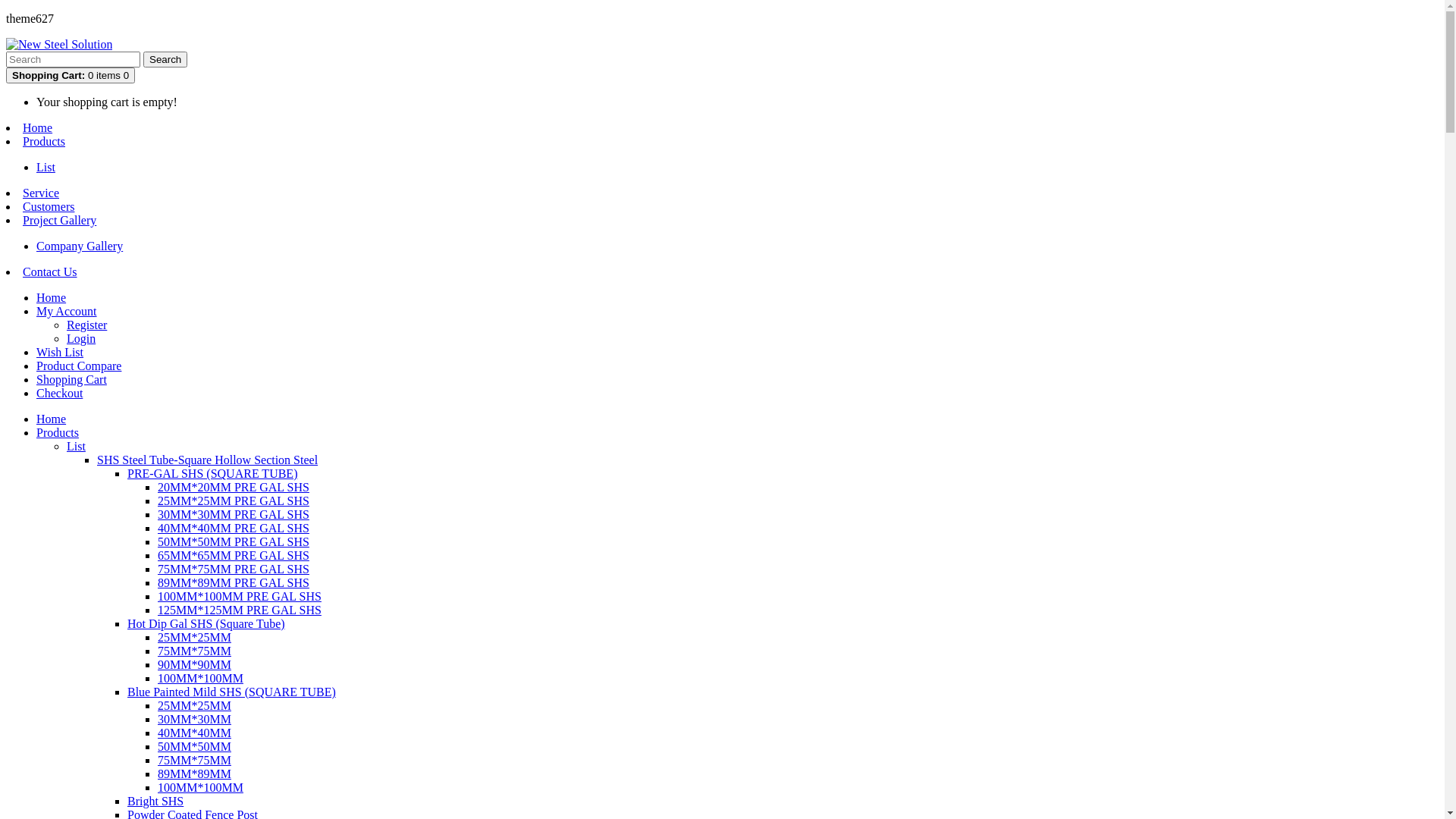 Image resolution: width=1456 pixels, height=819 pixels. I want to click on 'List', so click(45, 167).